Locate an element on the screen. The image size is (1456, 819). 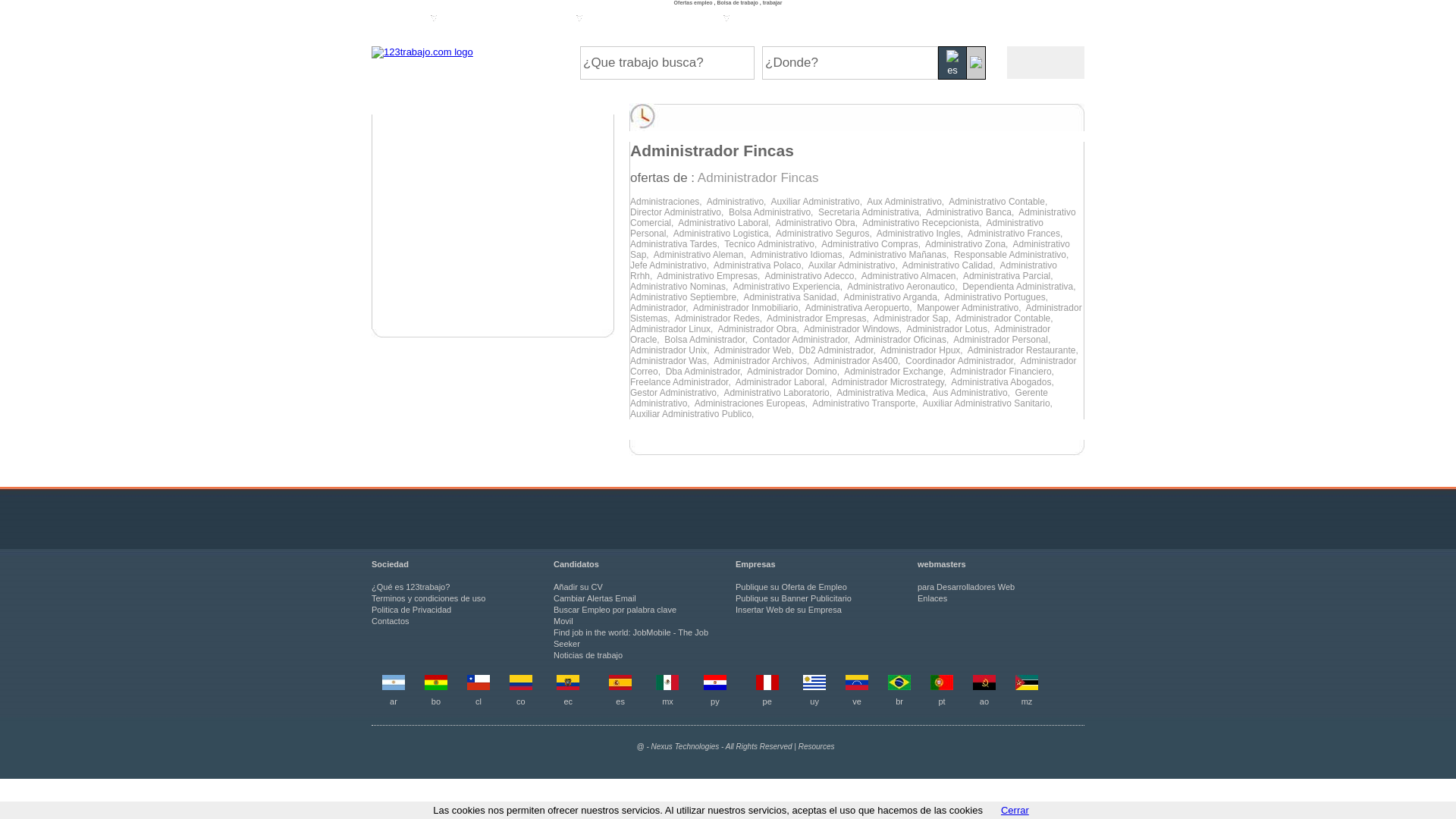
'Administraciones Europeas, ' is located at coordinates (753, 403).